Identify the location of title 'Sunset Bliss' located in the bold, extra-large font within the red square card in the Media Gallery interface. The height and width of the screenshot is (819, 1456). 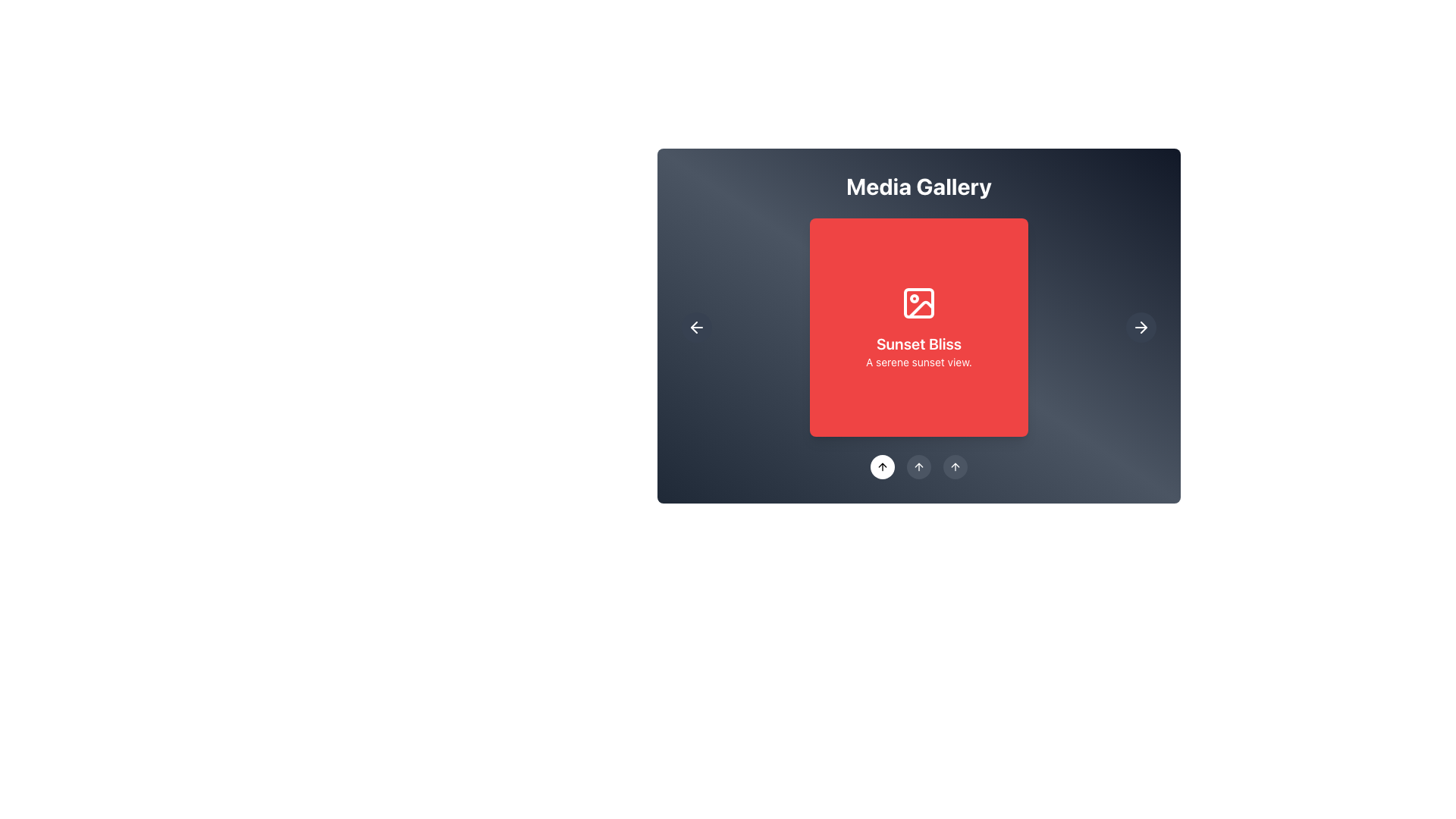
(918, 344).